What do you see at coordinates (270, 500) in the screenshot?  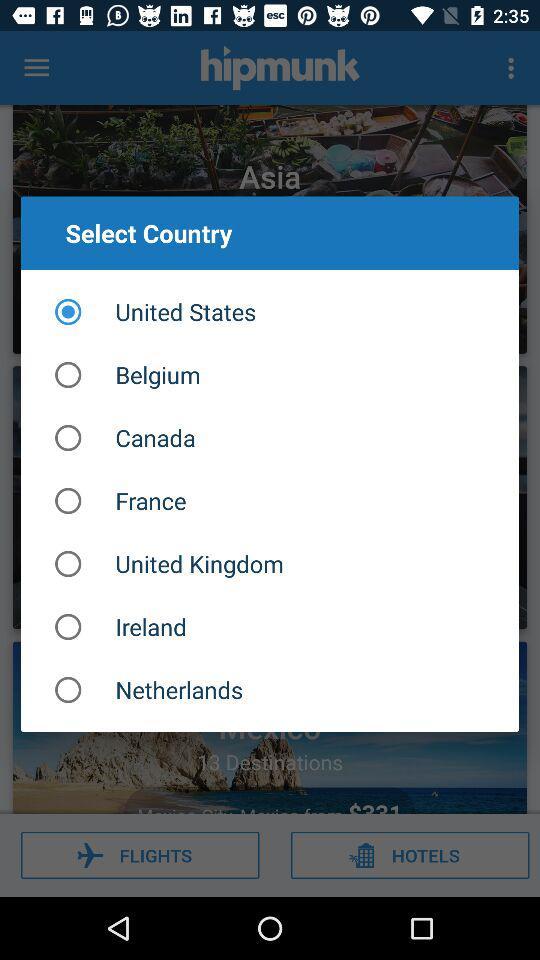 I see `france item` at bounding box center [270, 500].